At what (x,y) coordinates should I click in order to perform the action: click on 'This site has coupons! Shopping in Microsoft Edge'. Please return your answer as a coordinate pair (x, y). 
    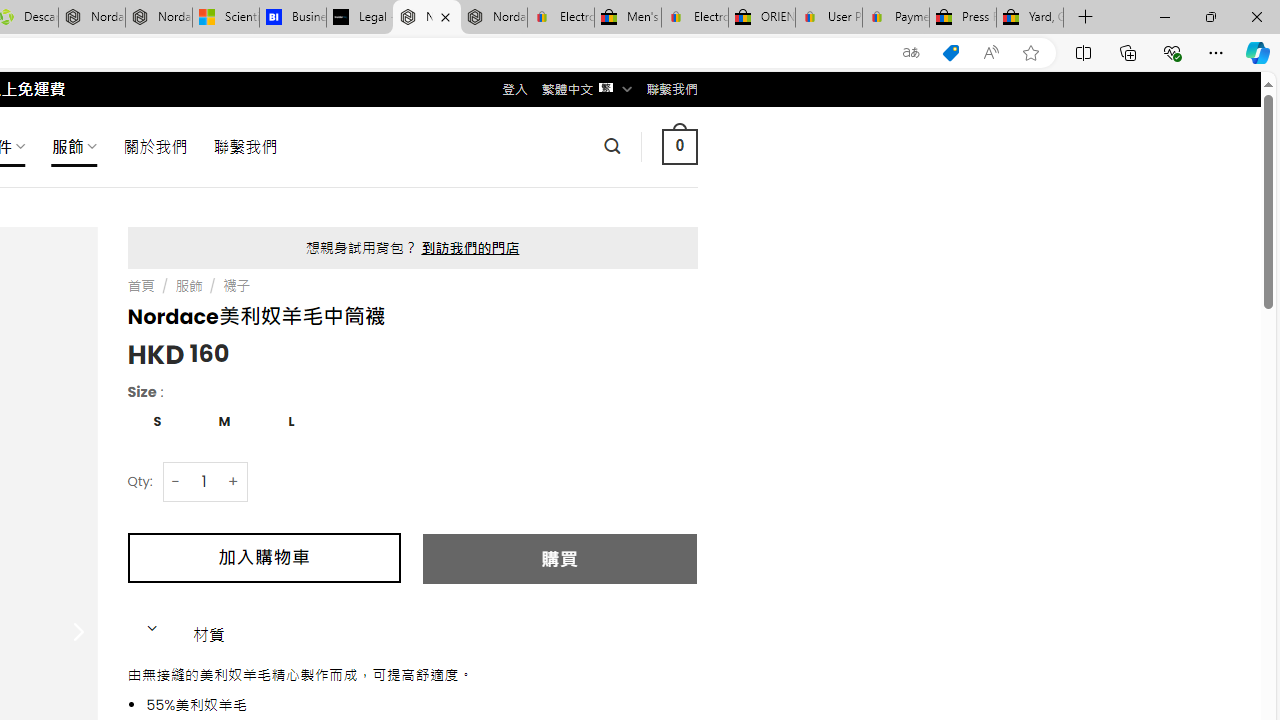
    Looking at the image, I should click on (950, 52).